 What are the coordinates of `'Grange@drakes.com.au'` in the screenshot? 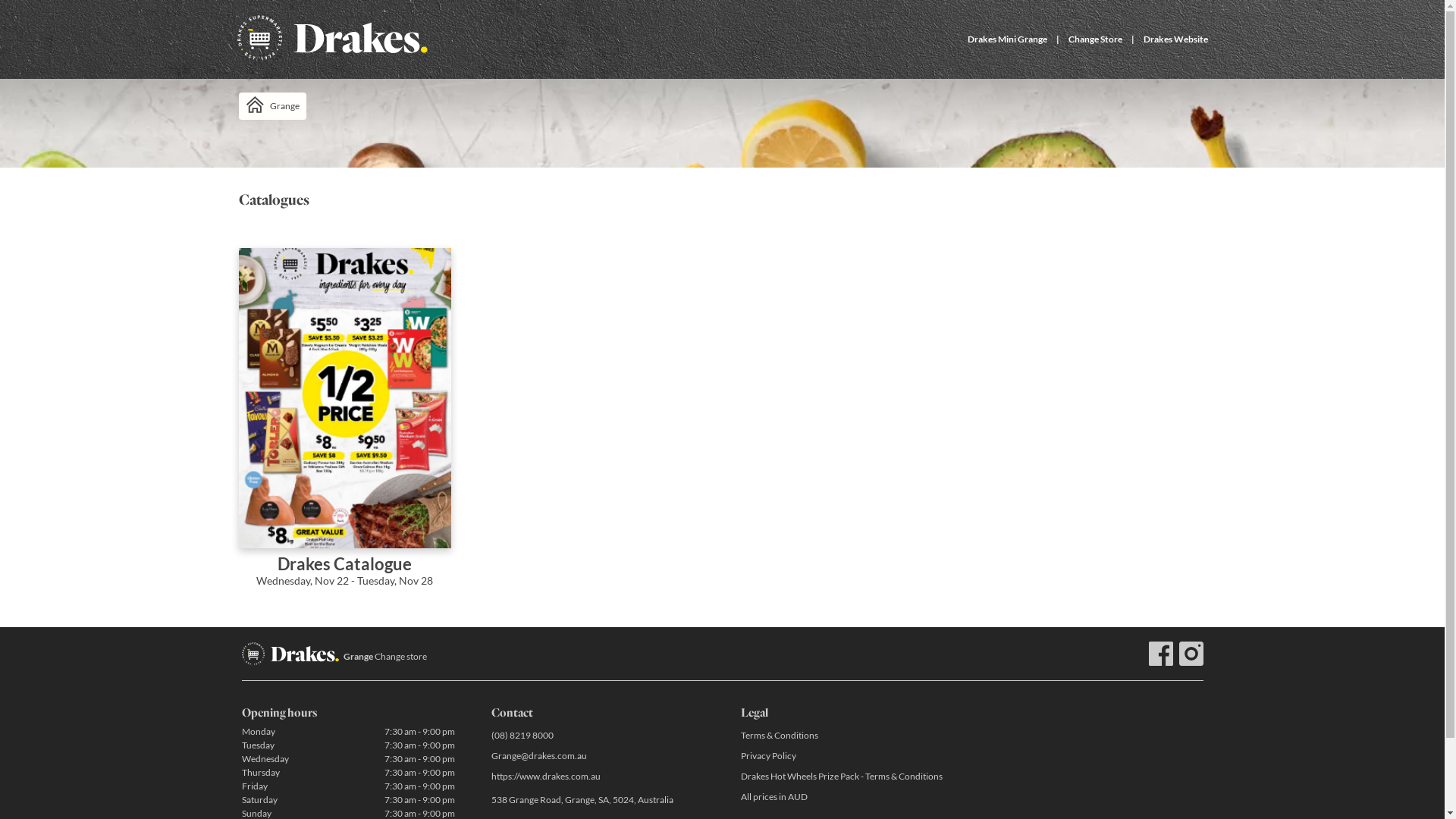 It's located at (597, 755).